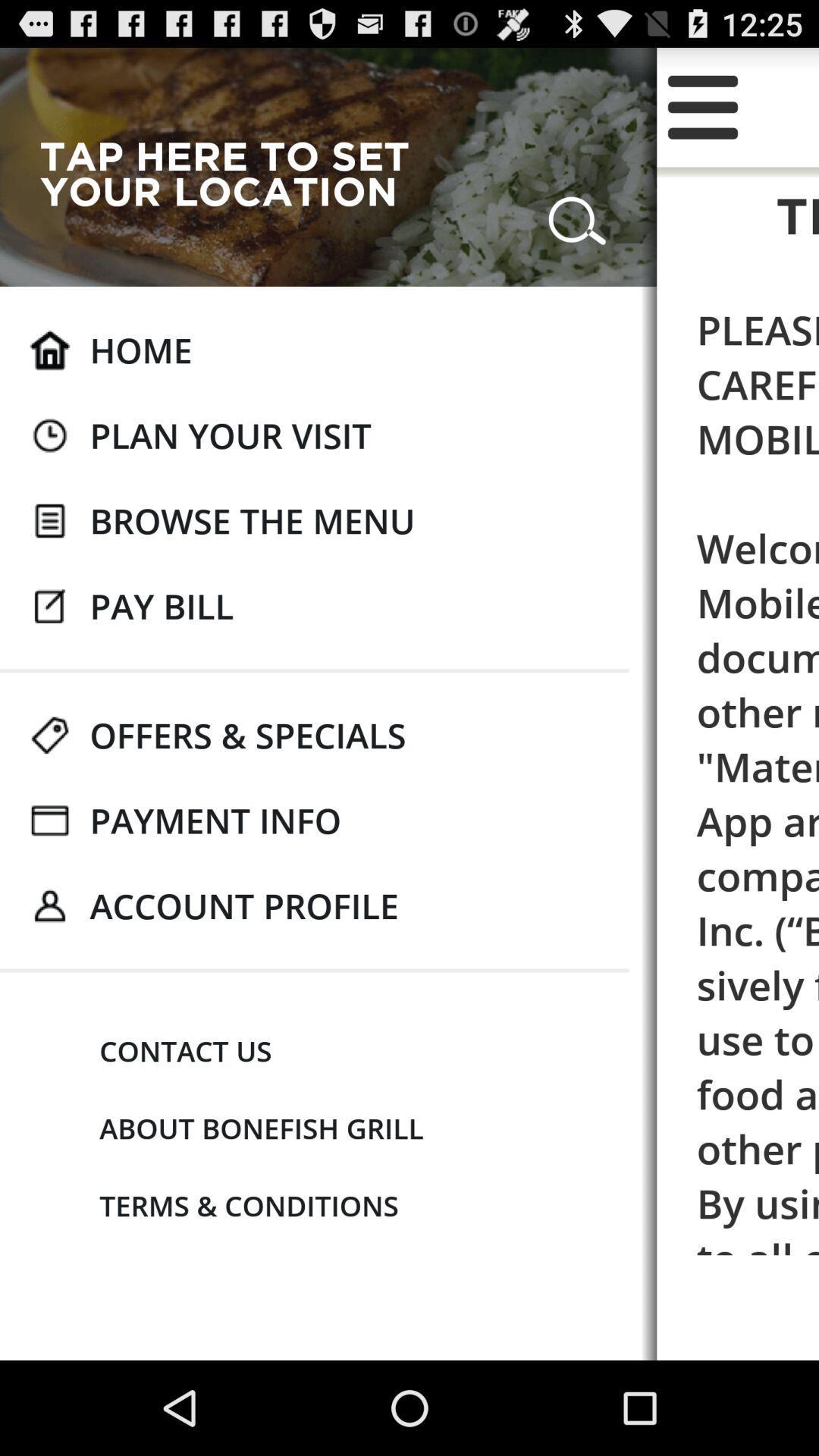 The image size is (819, 1456). I want to click on icon next to please read these app, so click(184, 1050).